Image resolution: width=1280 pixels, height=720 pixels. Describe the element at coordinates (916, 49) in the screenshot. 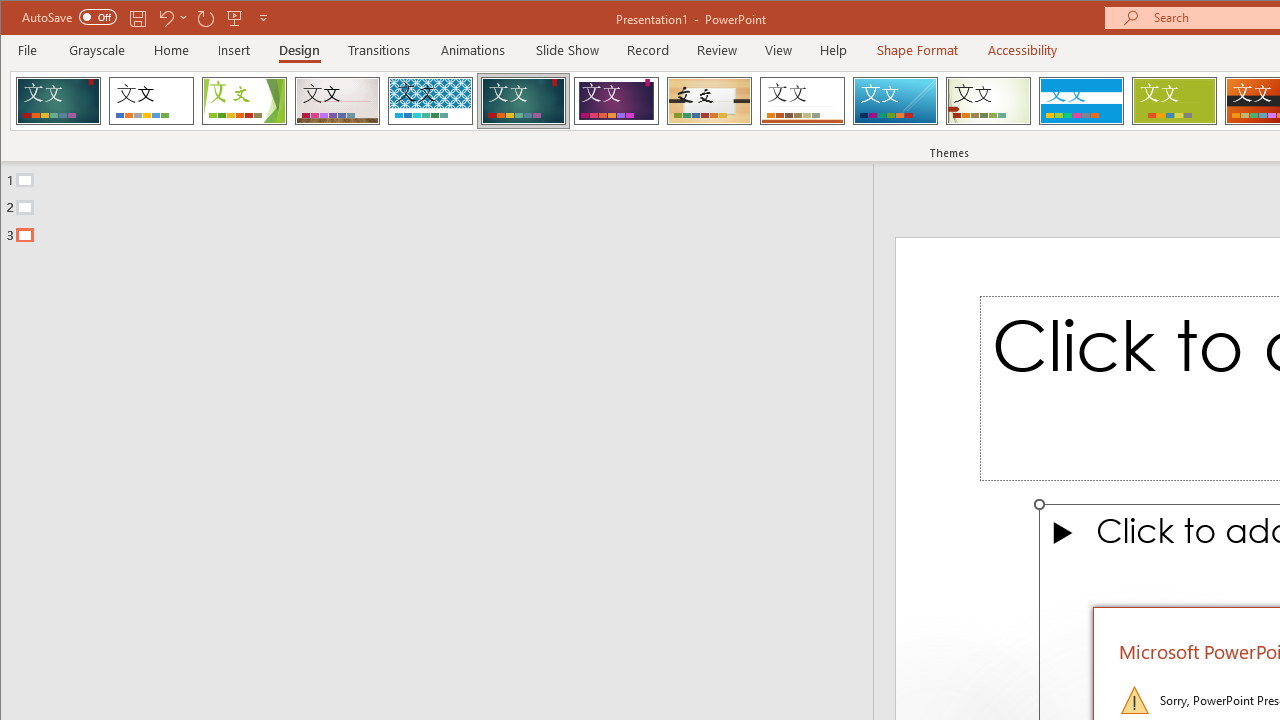

I see `'Shape Format'` at that location.